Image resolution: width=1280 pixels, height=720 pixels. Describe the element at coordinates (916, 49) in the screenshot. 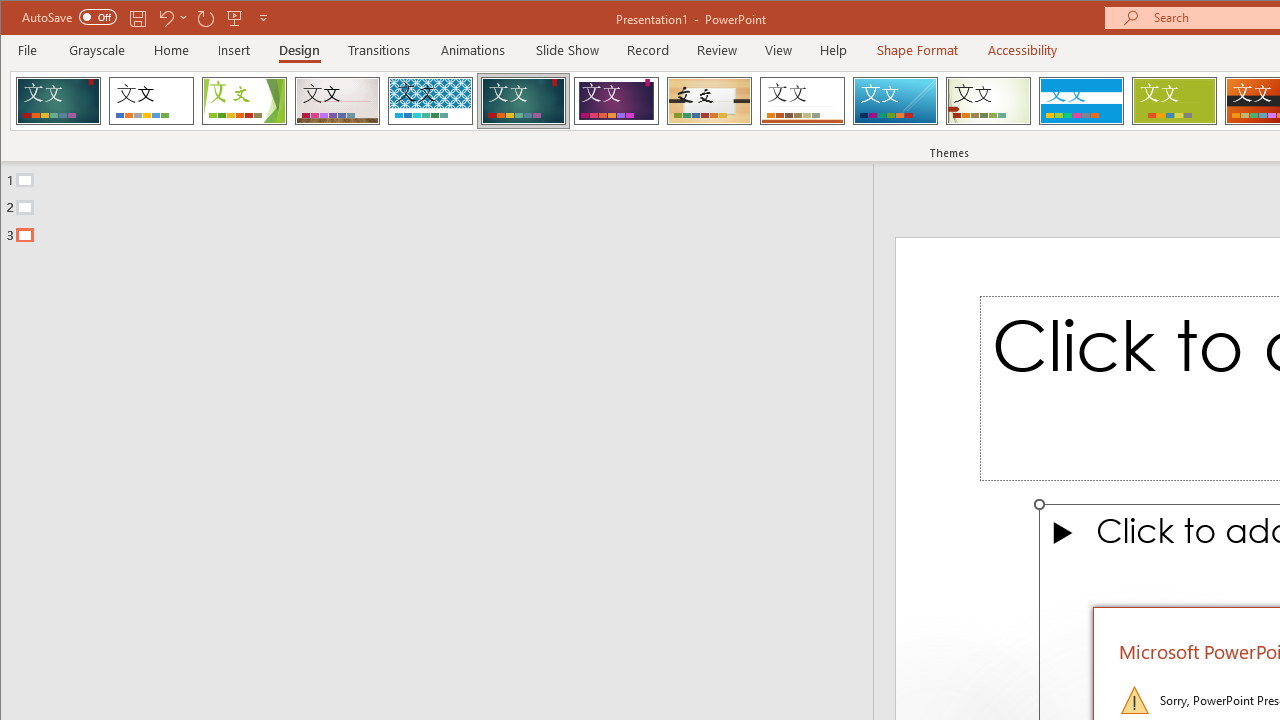

I see `'Shape Format'` at that location.